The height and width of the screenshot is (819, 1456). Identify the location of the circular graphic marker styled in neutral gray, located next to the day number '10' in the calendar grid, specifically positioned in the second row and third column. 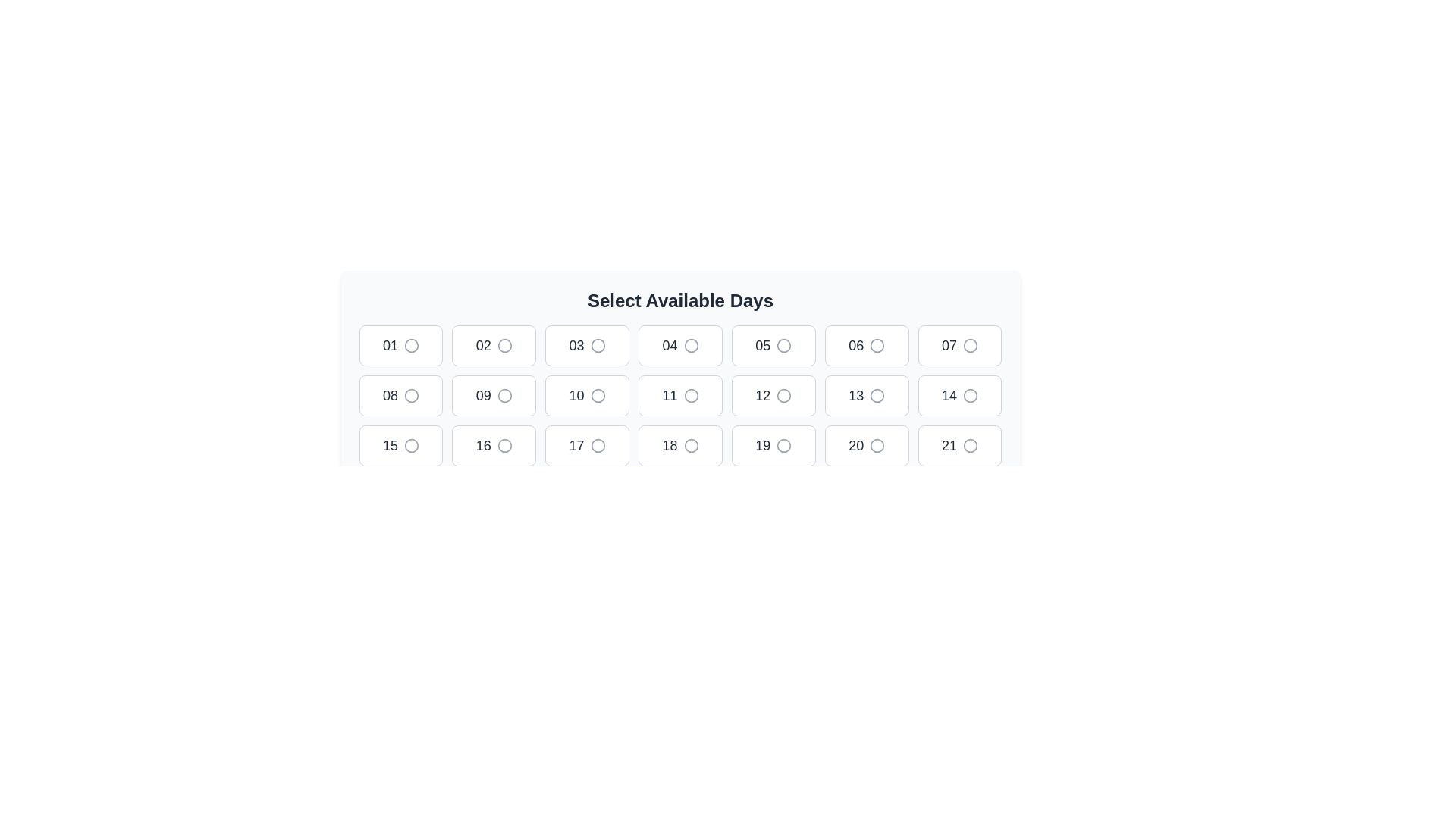
(597, 394).